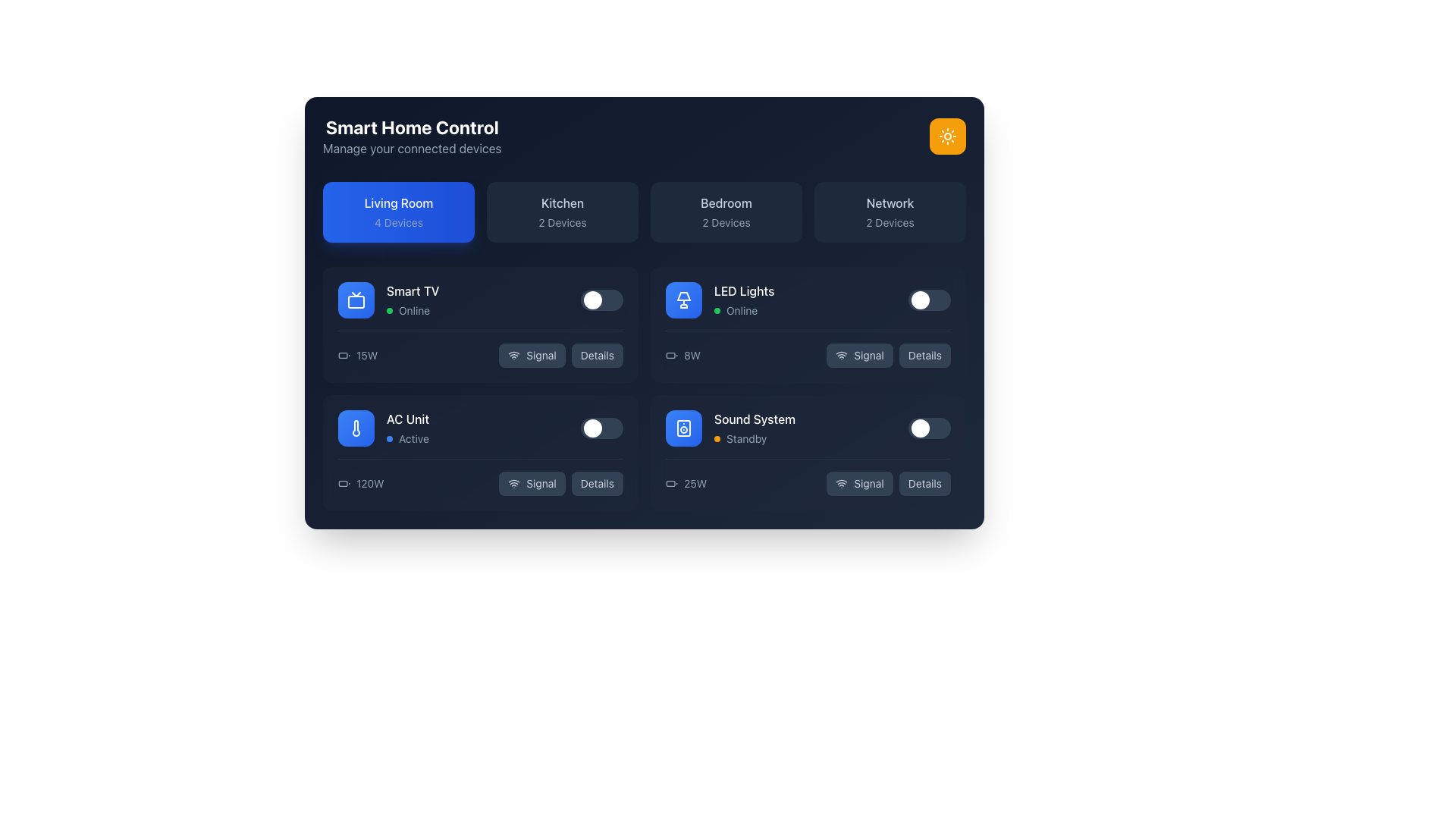  Describe the element at coordinates (683, 428) in the screenshot. I see `the speaker icon in the 'Sound System' section` at that location.